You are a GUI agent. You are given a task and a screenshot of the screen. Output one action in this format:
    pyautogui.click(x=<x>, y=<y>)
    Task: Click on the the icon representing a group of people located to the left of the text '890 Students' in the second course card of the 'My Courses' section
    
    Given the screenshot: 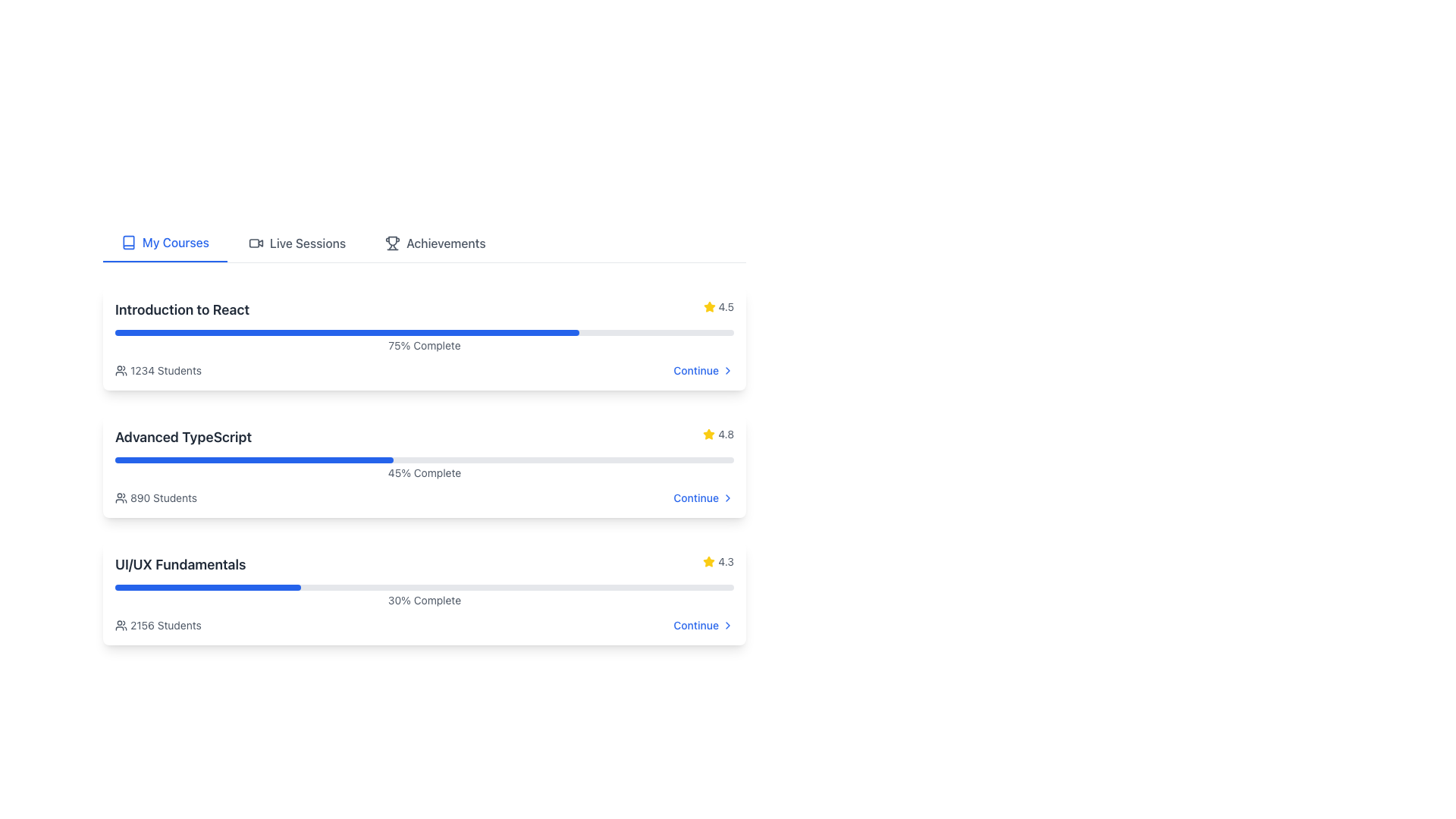 What is the action you would take?
    pyautogui.click(x=120, y=497)
    